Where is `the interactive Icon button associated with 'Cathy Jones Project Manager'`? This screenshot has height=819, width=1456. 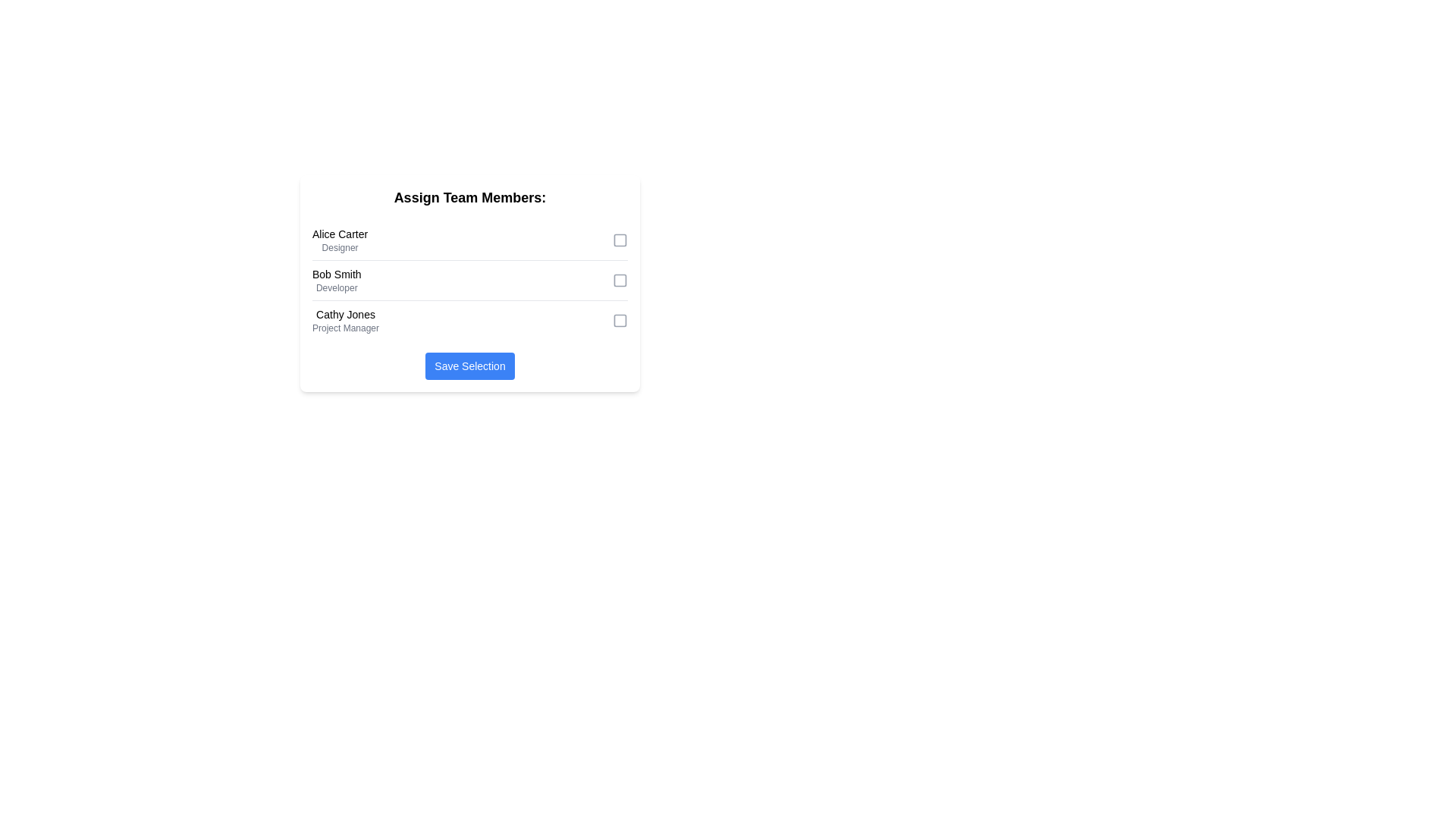 the interactive Icon button associated with 'Cathy Jones Project Manager' is located at coordinates (620, 320).